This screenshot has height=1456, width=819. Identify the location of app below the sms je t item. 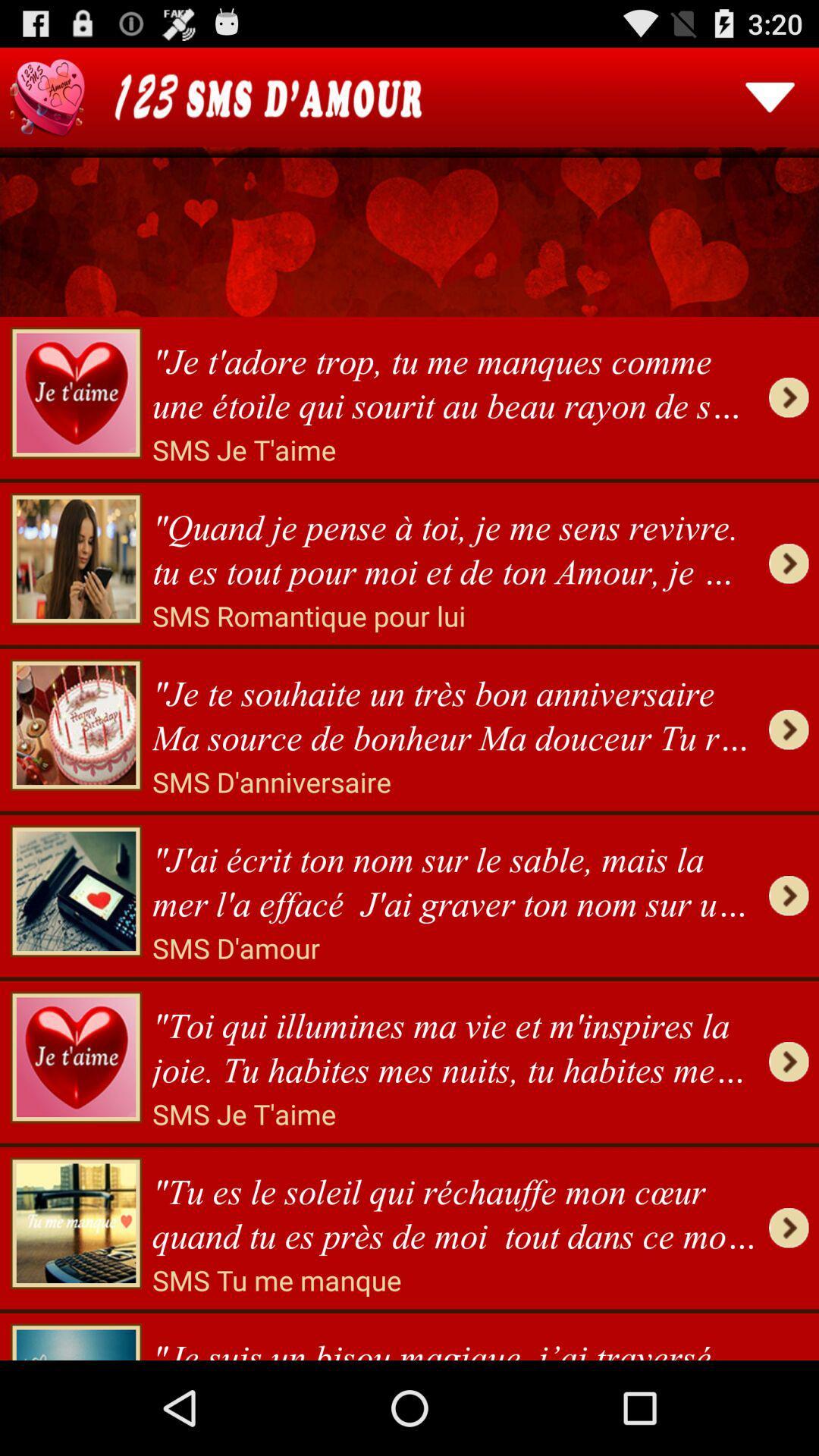
(454, 544).